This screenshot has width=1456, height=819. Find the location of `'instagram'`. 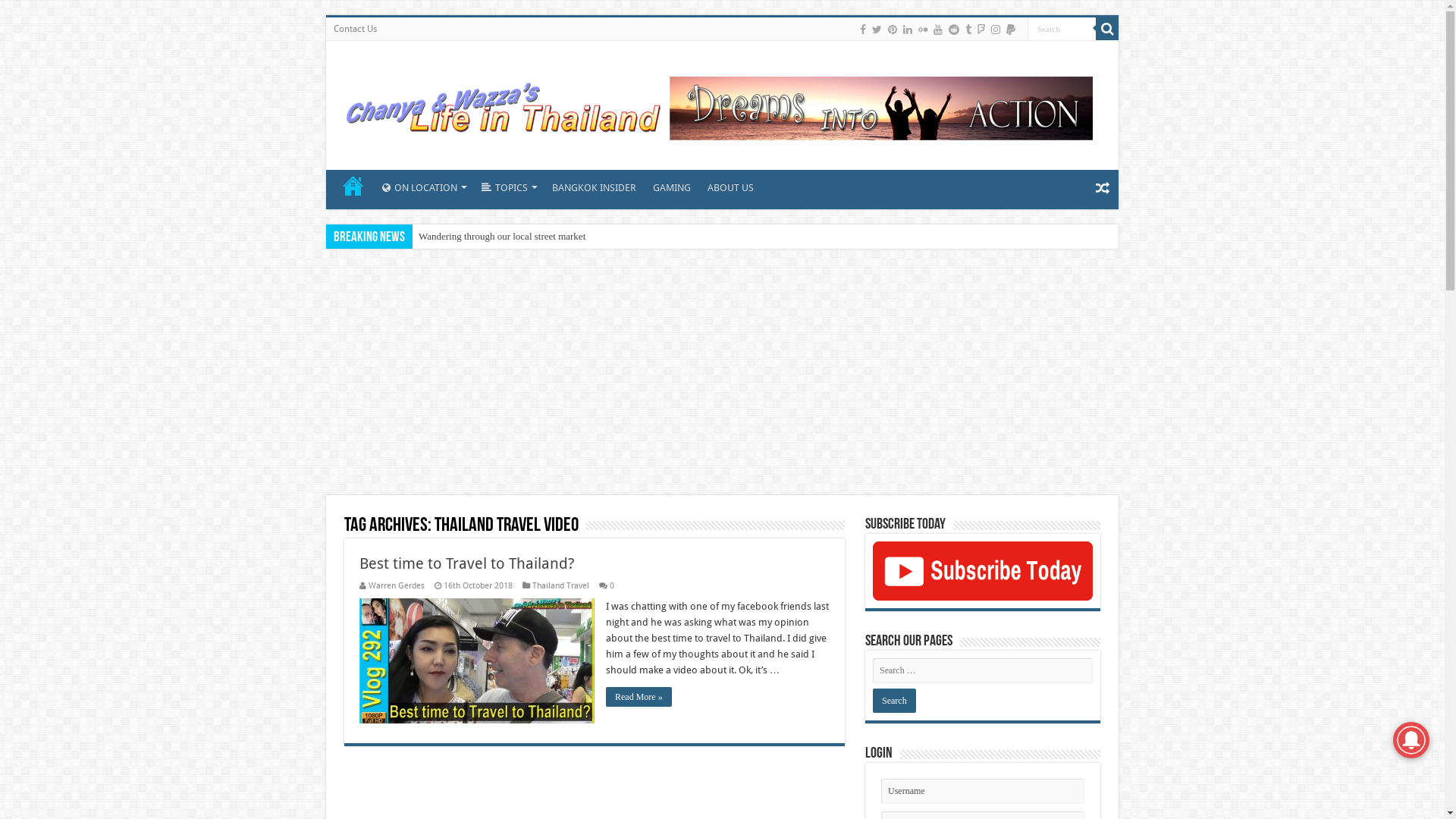

'instagram' is located at coordinates (990, 29).